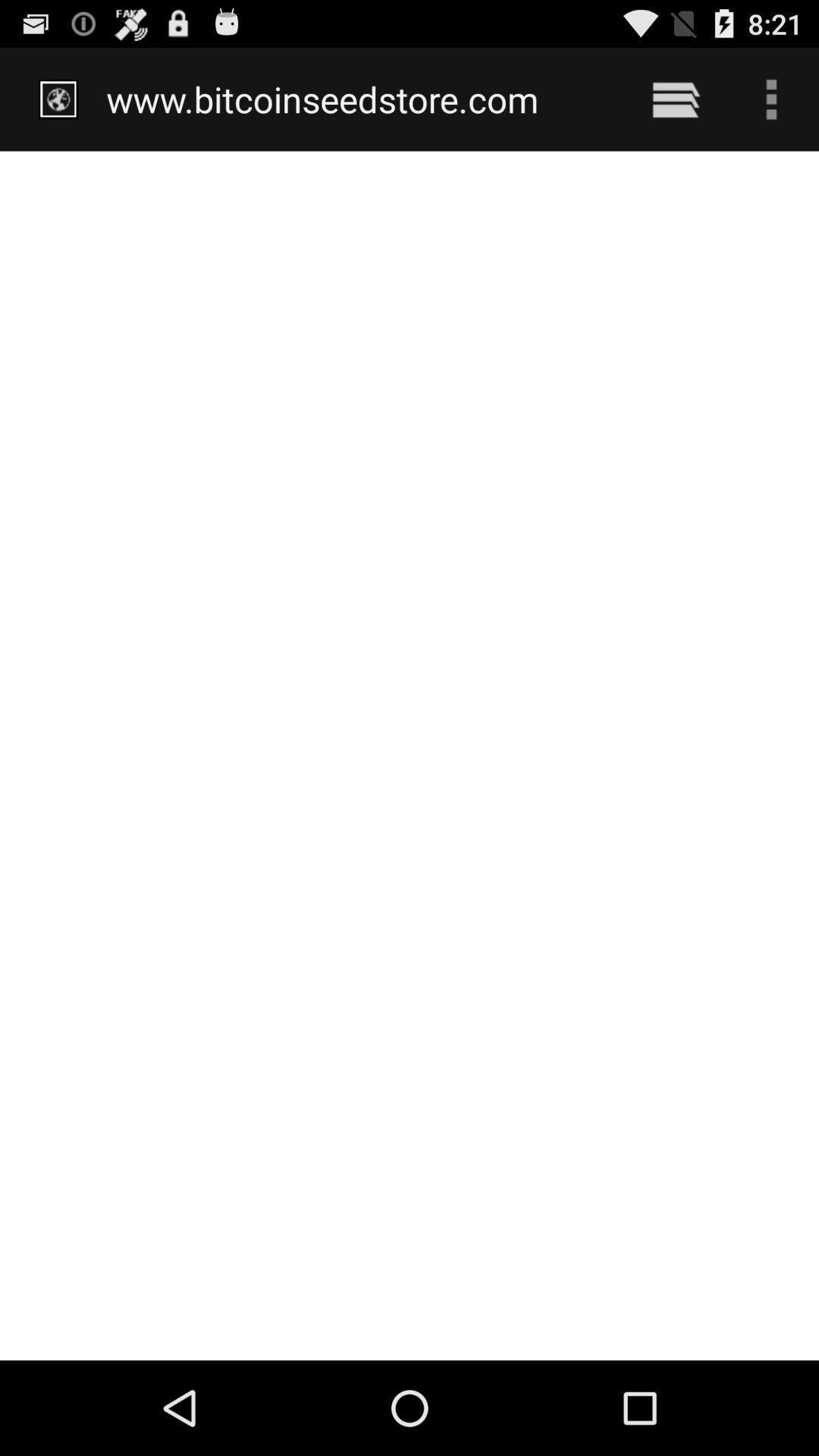 This screenshot has height=1456, width=819. What do you see at coordinates (675, 99) in the screenshot?
I see `item next to www.bitcoinseedstore.com icon` at bounding box center [675, 99].